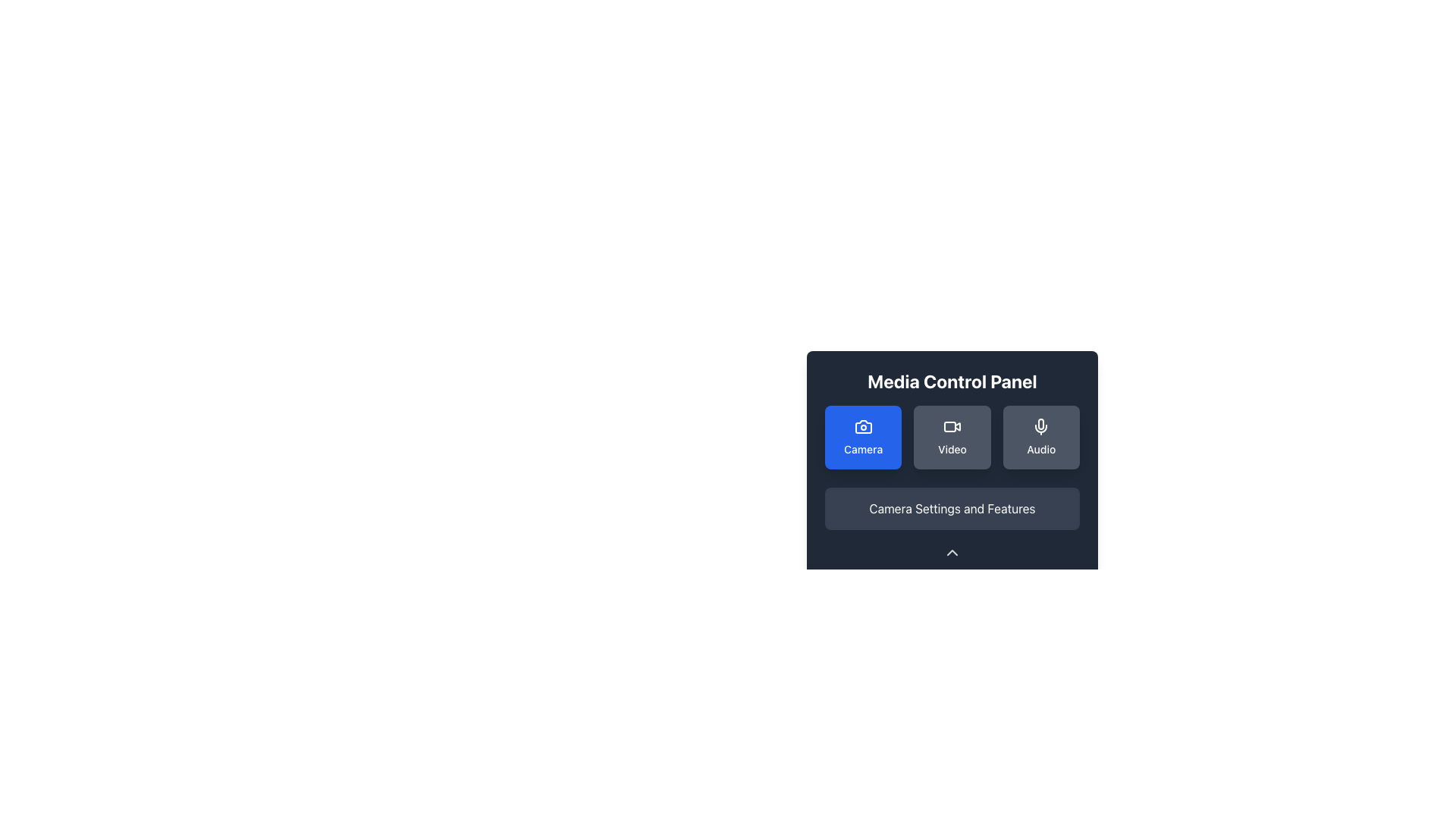 This screenshot has height=819, width=1456. I want to click on the 'Video' button, which is the second button in a row of three buttons in the media control panel, so click(952, 438).